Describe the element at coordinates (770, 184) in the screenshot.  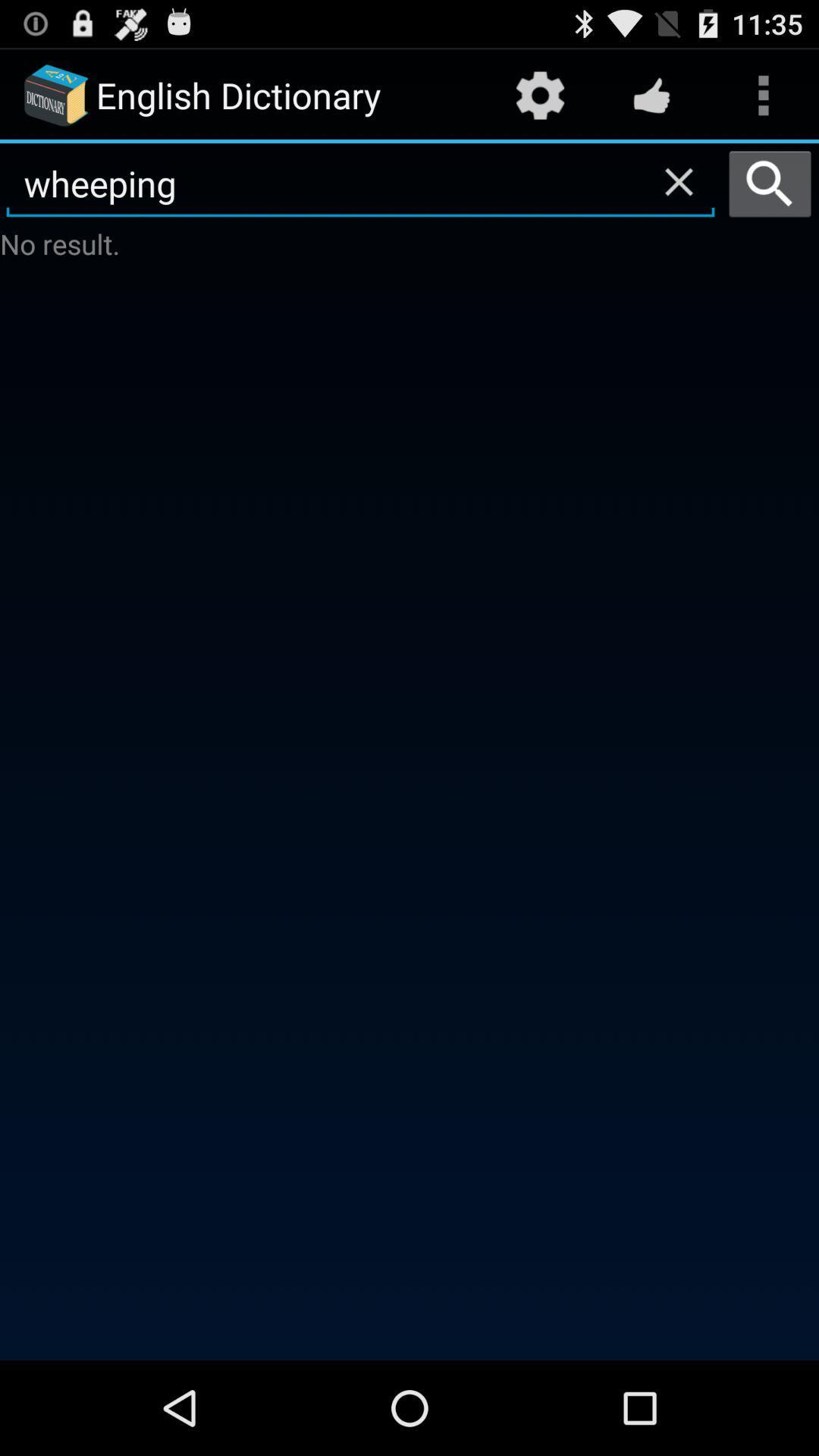
I see `item next to wheeping icon` at that location.